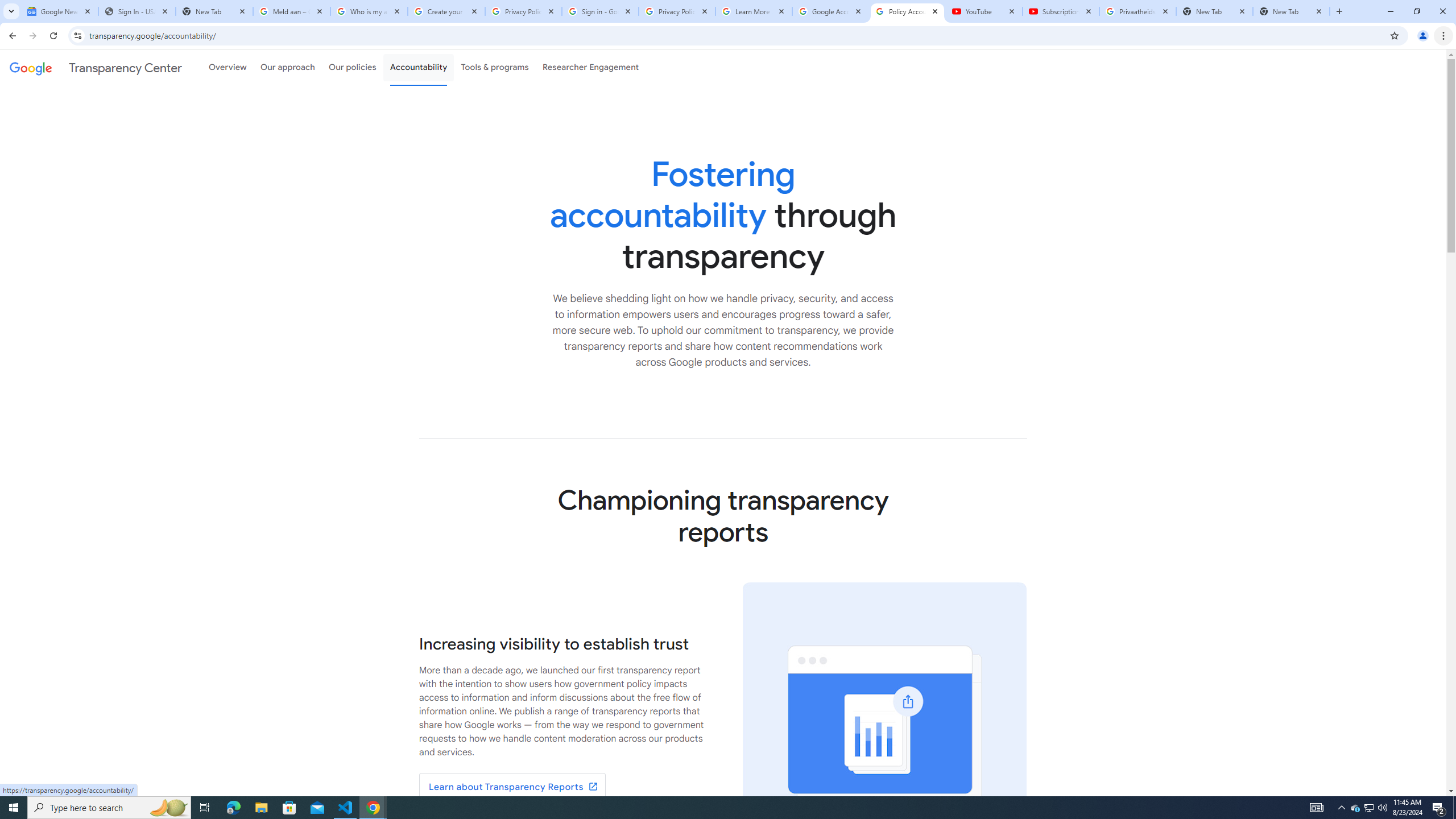  What do you see at coordinates (59, 11) in the screenshot?
I see `'Google News'` at bounding box center [59, 11].